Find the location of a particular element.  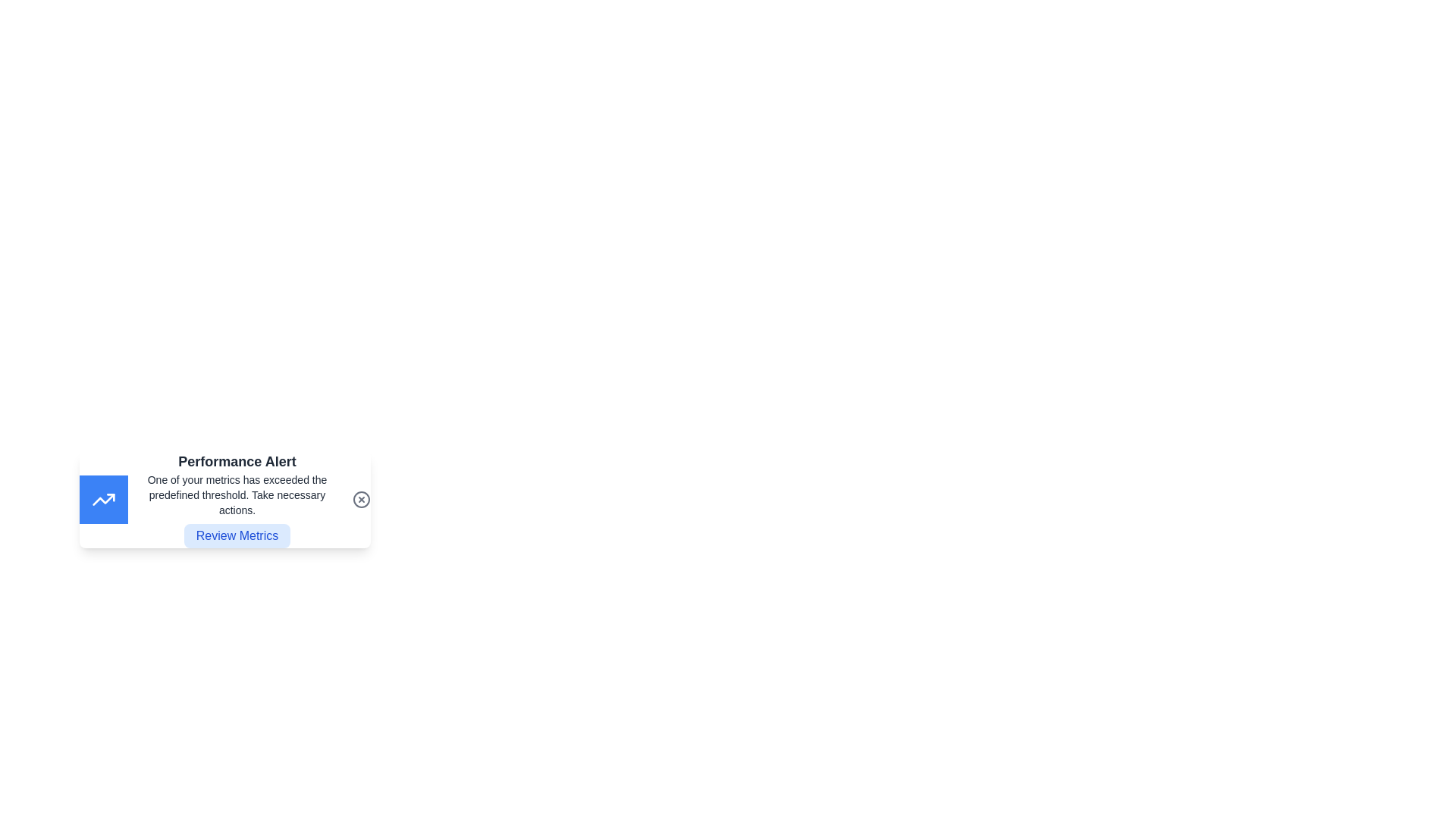

the 'Review Metrics' button to navigate to the metrics review page is located at coordinates (236, 535).